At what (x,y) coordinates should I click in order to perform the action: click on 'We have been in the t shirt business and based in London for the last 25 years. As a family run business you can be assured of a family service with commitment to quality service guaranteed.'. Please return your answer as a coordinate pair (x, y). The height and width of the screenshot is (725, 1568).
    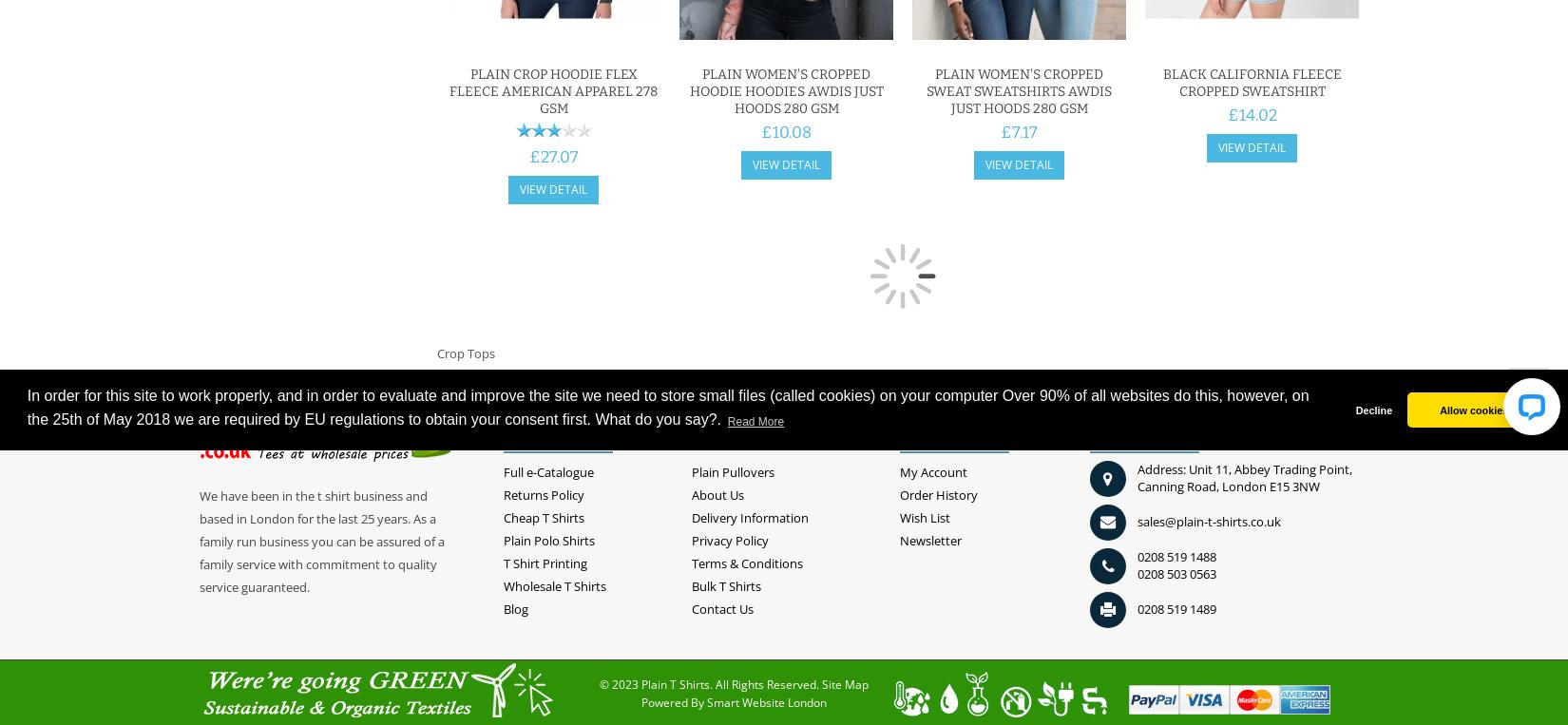
    Looking at the image, I should click on (322, 539).